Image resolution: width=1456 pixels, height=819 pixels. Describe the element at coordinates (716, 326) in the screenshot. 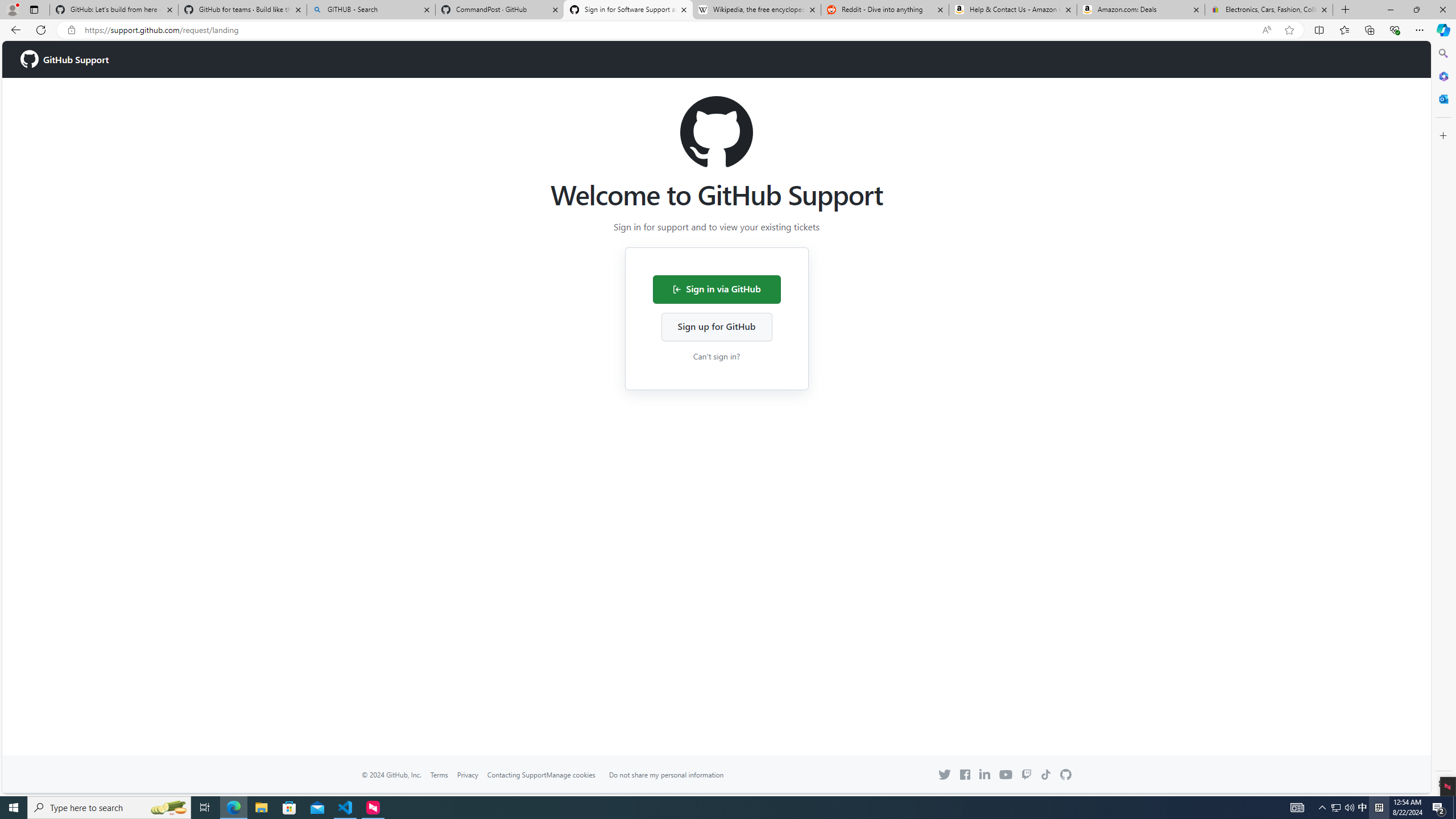

I see `'Sign up for GitHub'` at that location.